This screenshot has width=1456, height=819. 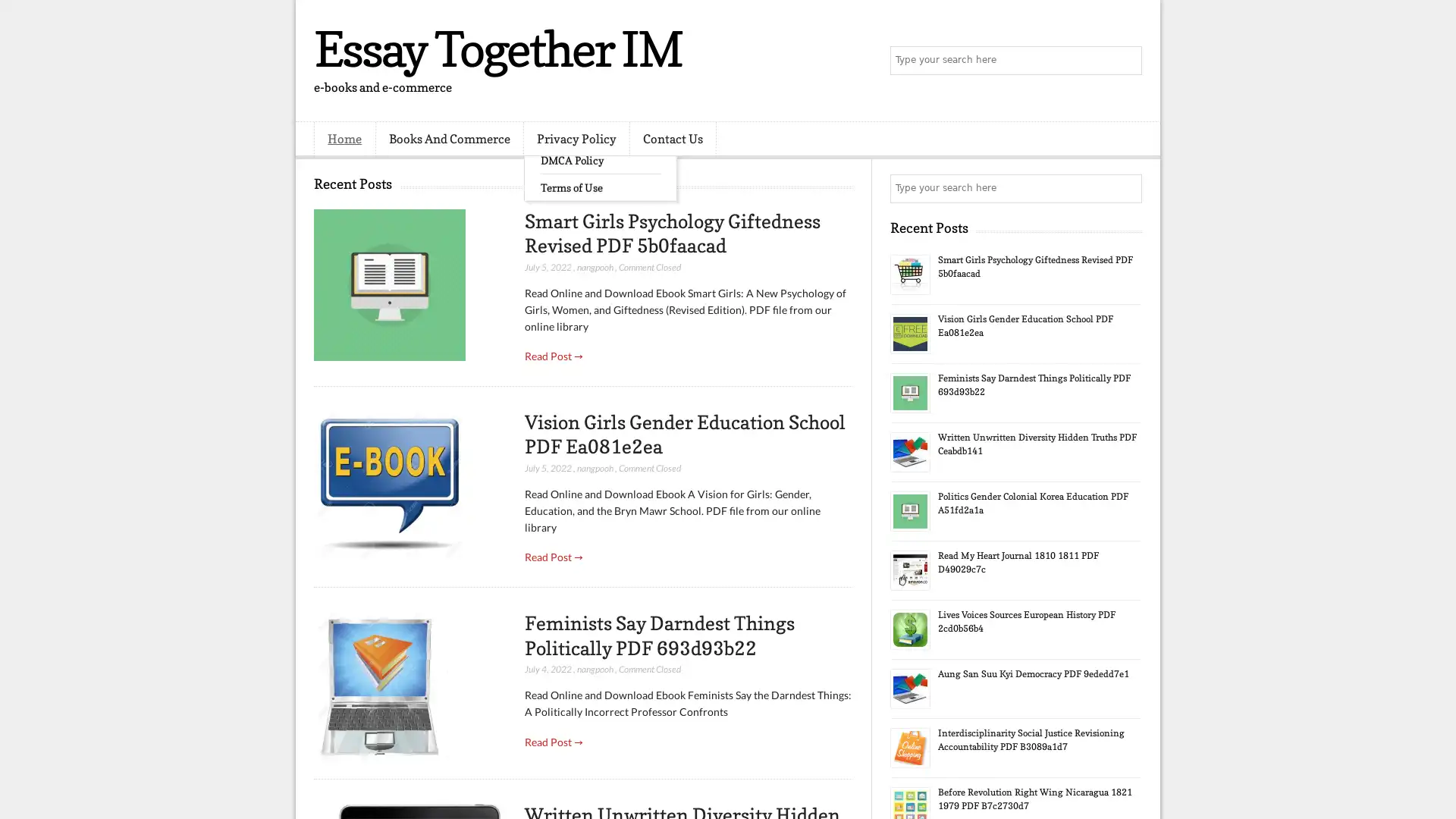 What do you see at coordinates (1126, 61) in the screenshot?
I see `Search` at bounding box center [1126, 61].